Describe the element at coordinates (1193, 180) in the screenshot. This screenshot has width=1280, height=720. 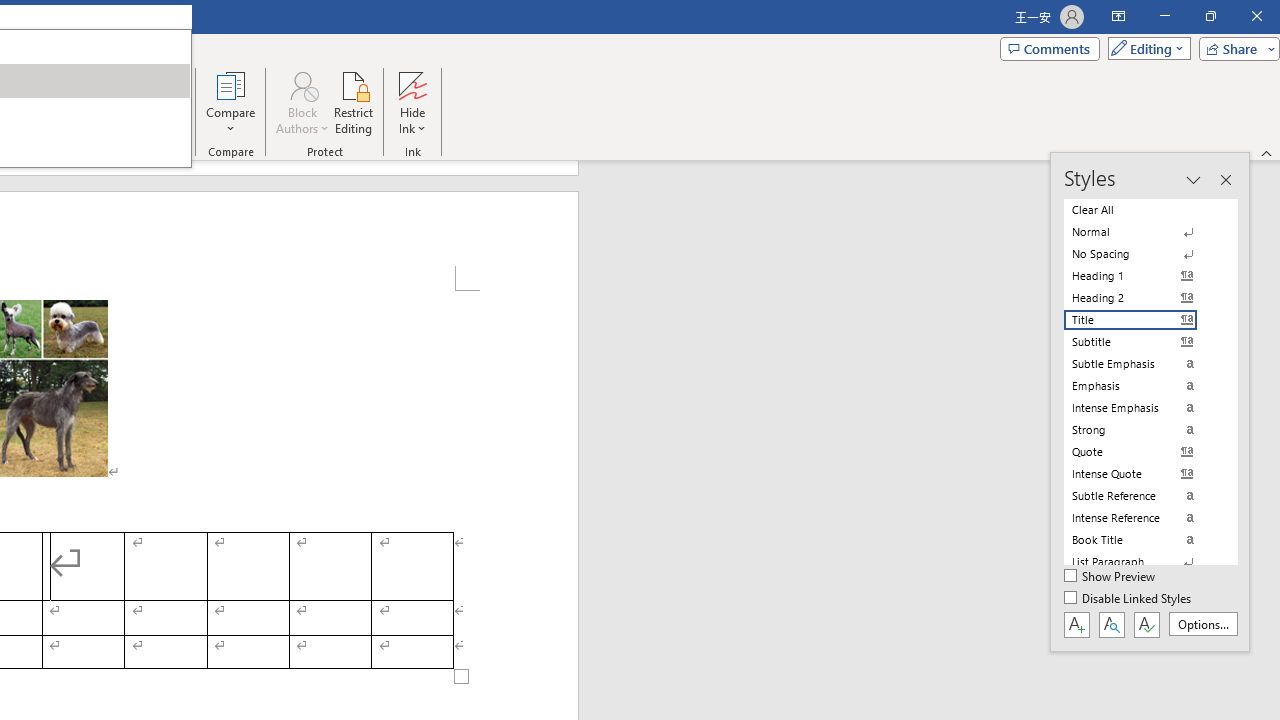
I see `'Task Pane Options'` at that location.